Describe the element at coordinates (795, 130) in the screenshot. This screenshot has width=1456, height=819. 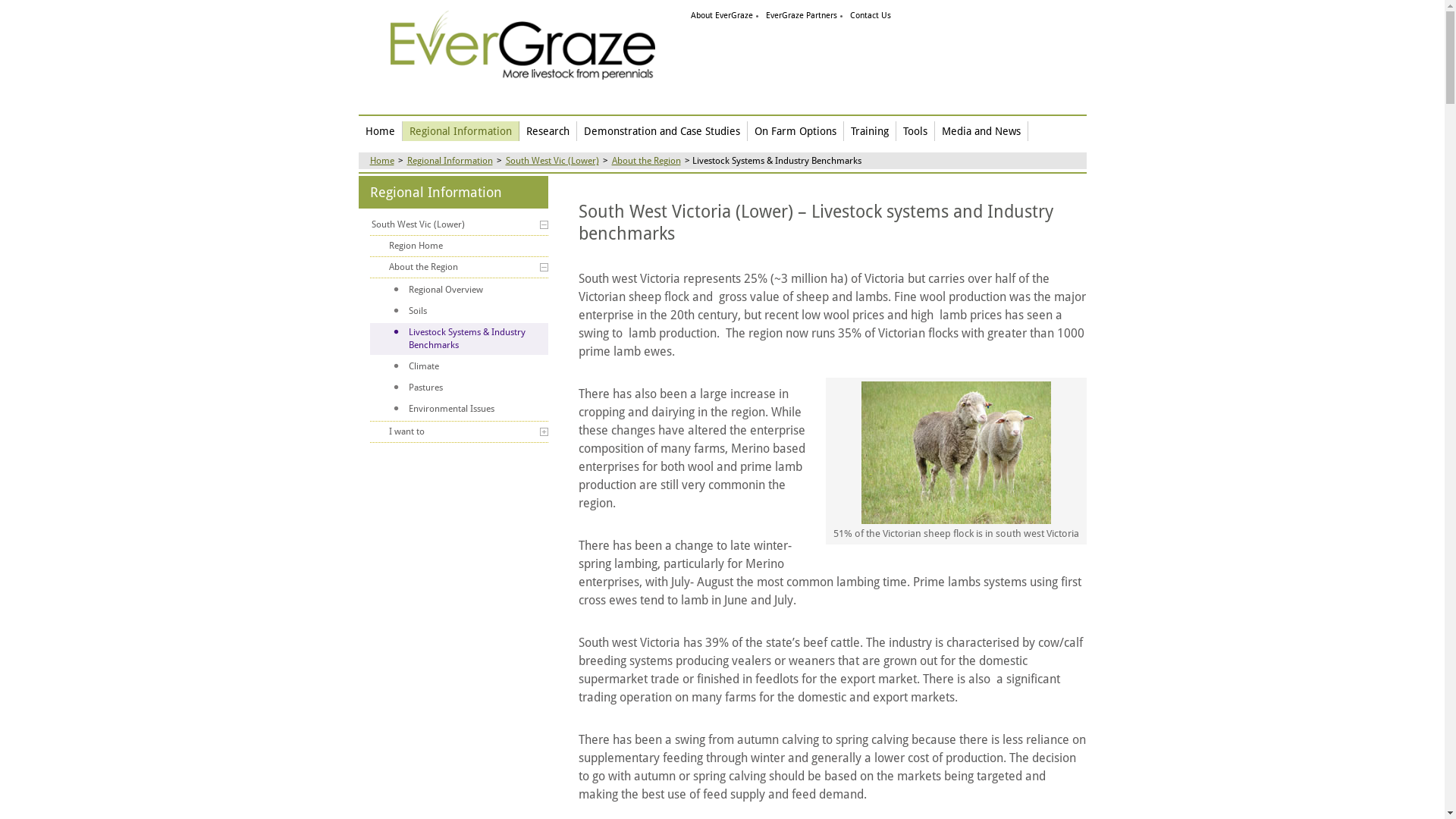
I see `'On Farm Options'` at that location.